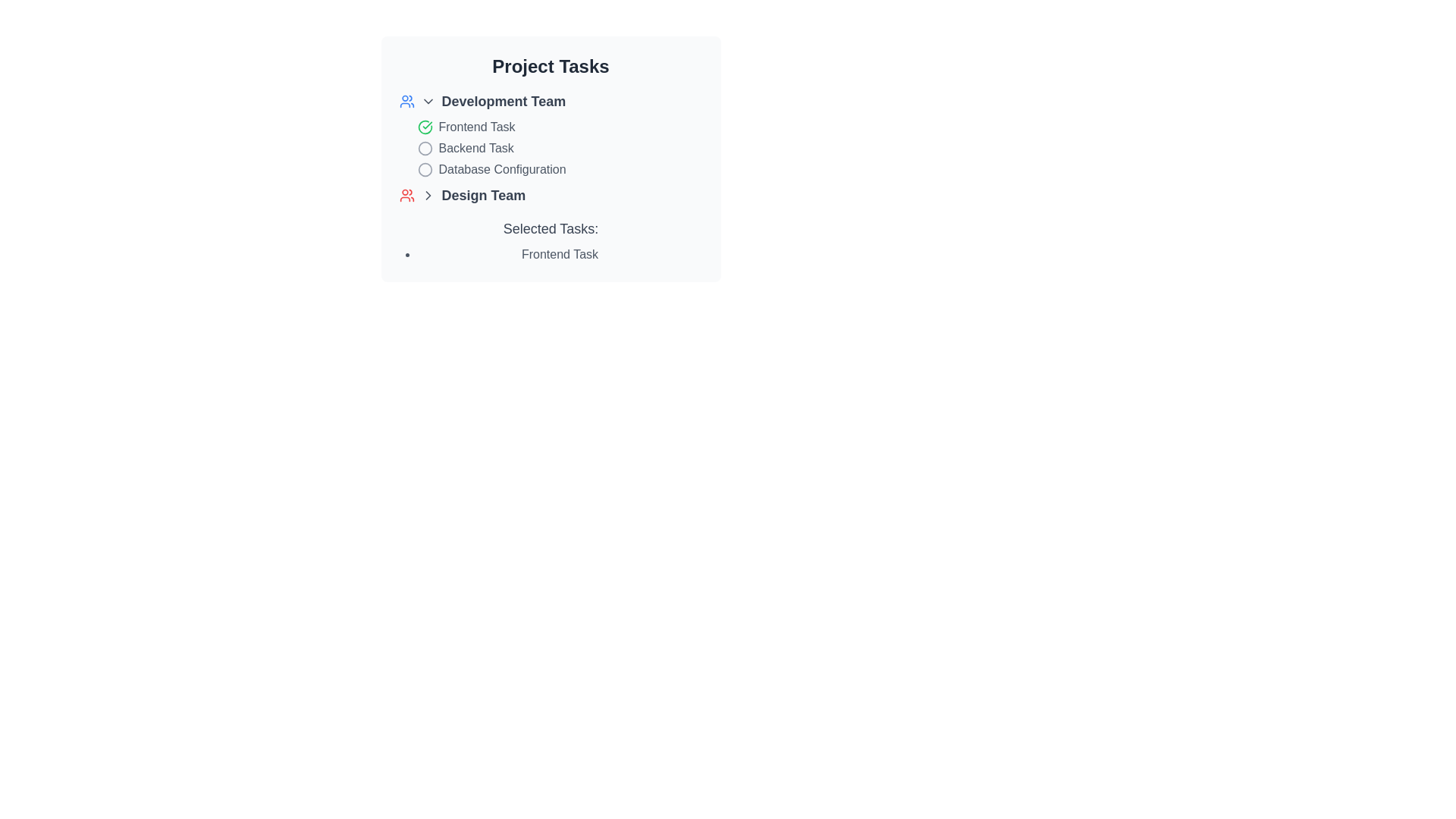 This screenshot has width=1456, height=819. Describe the element at coordinates (425, 149) in the screenshot. I see `the unselected marker icon in the 'Development Team' section, positioned before the text label 'Backend Task'` at that location.